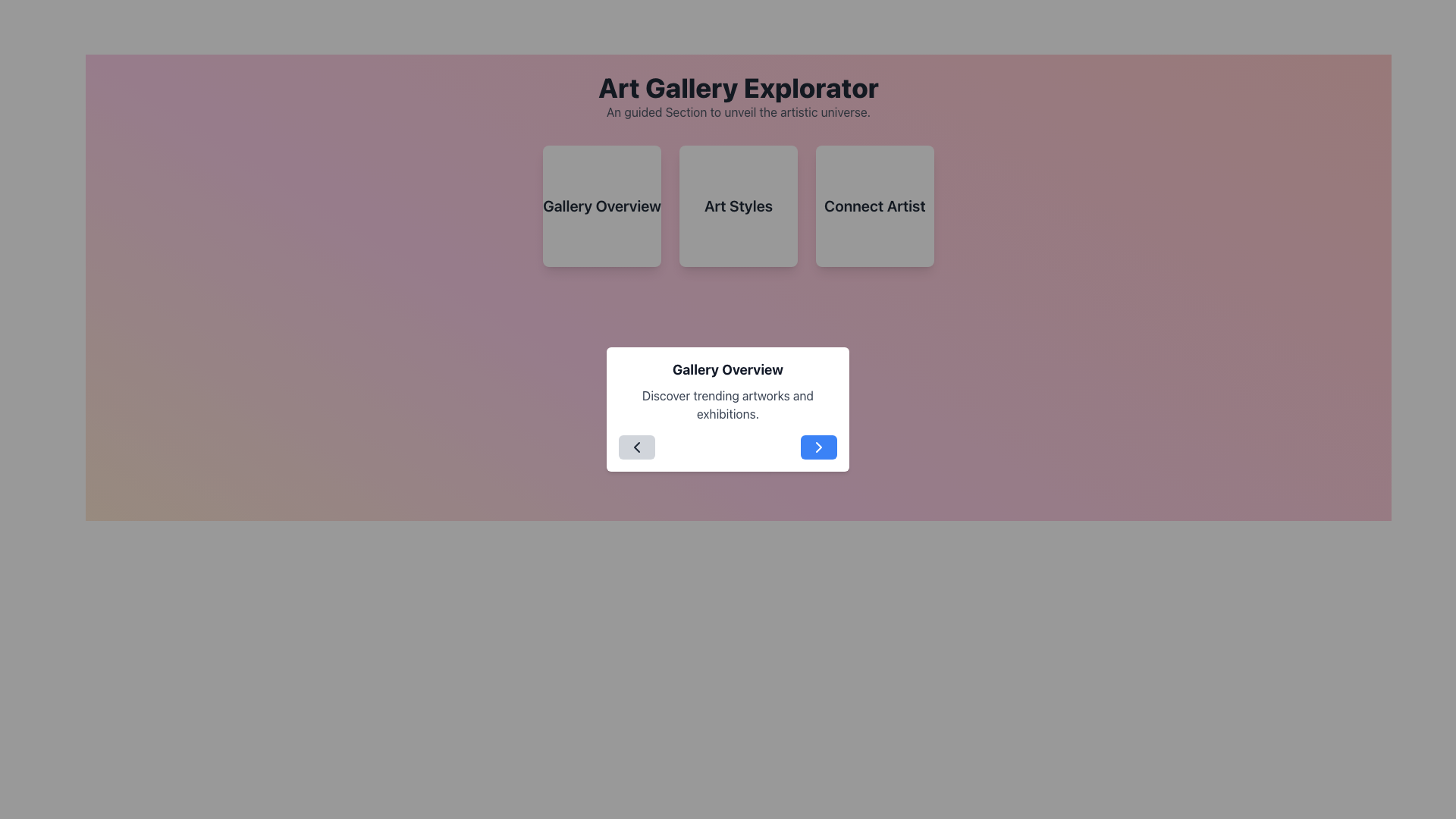  I want to click on the right-facing chevron arrow icon within the button, which is styled with thick lines and enclosed in a blue circular background, so click(818, 447).